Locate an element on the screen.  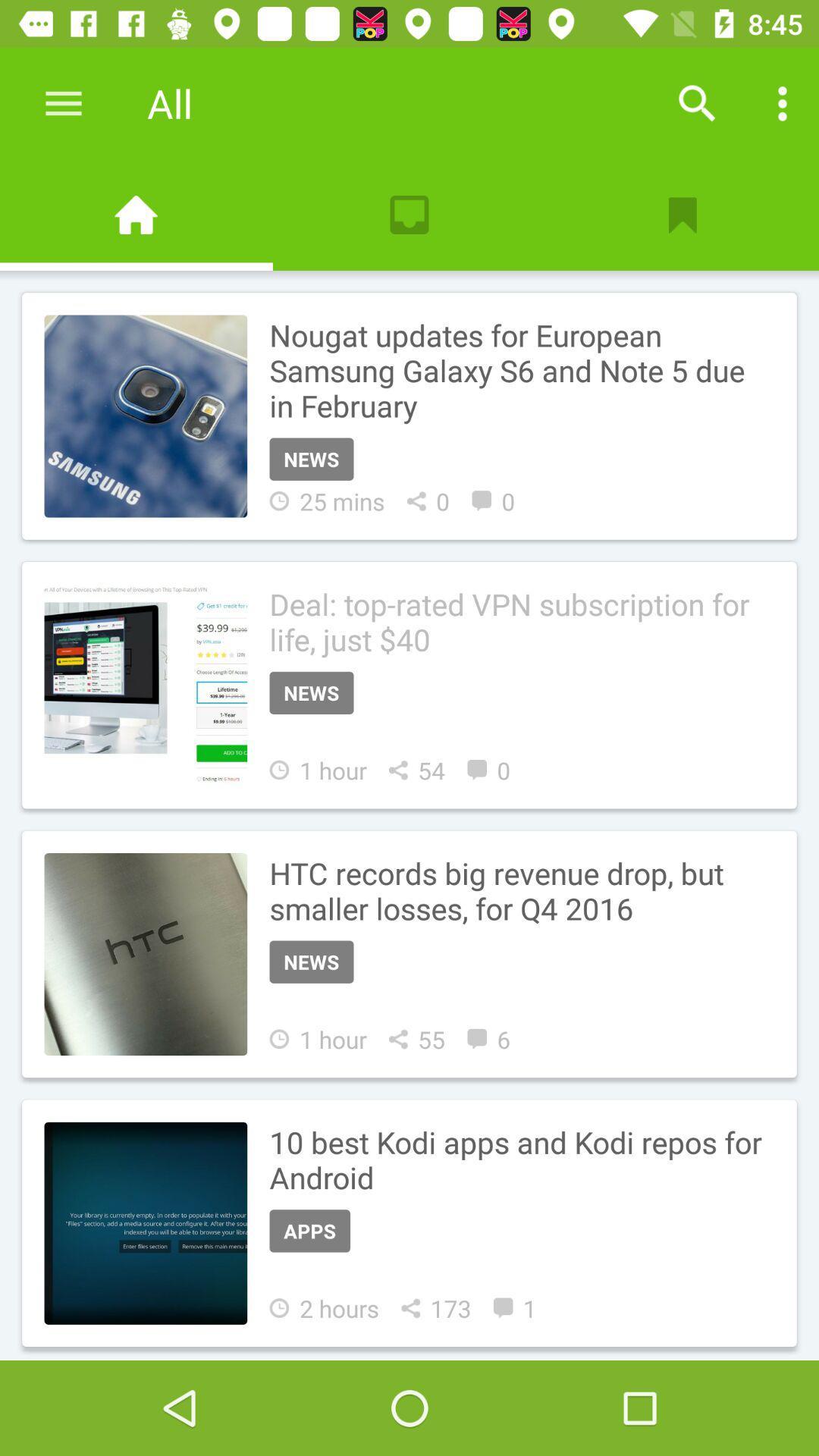
an icon of a house that when pressed takes you to the home page is located at coordinates (136, 214).